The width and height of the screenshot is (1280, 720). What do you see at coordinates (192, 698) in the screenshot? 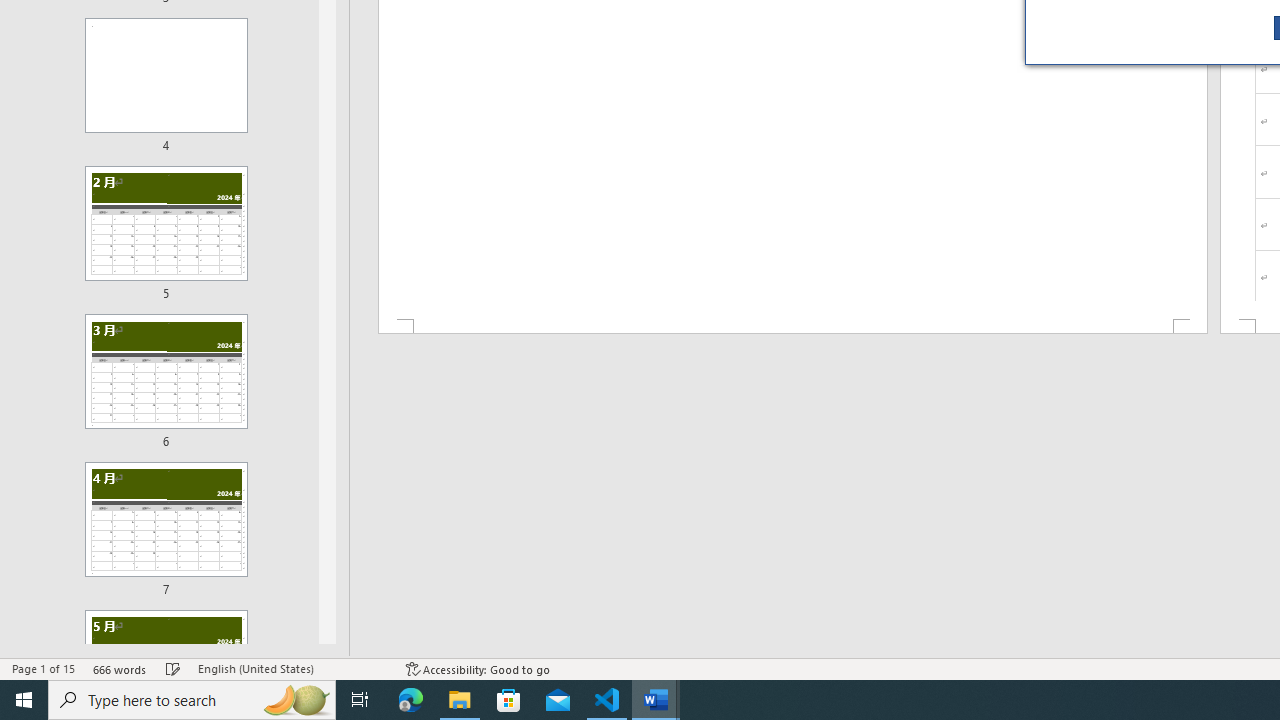
I see `'Type here to search'` at bounding box center [192, 698].